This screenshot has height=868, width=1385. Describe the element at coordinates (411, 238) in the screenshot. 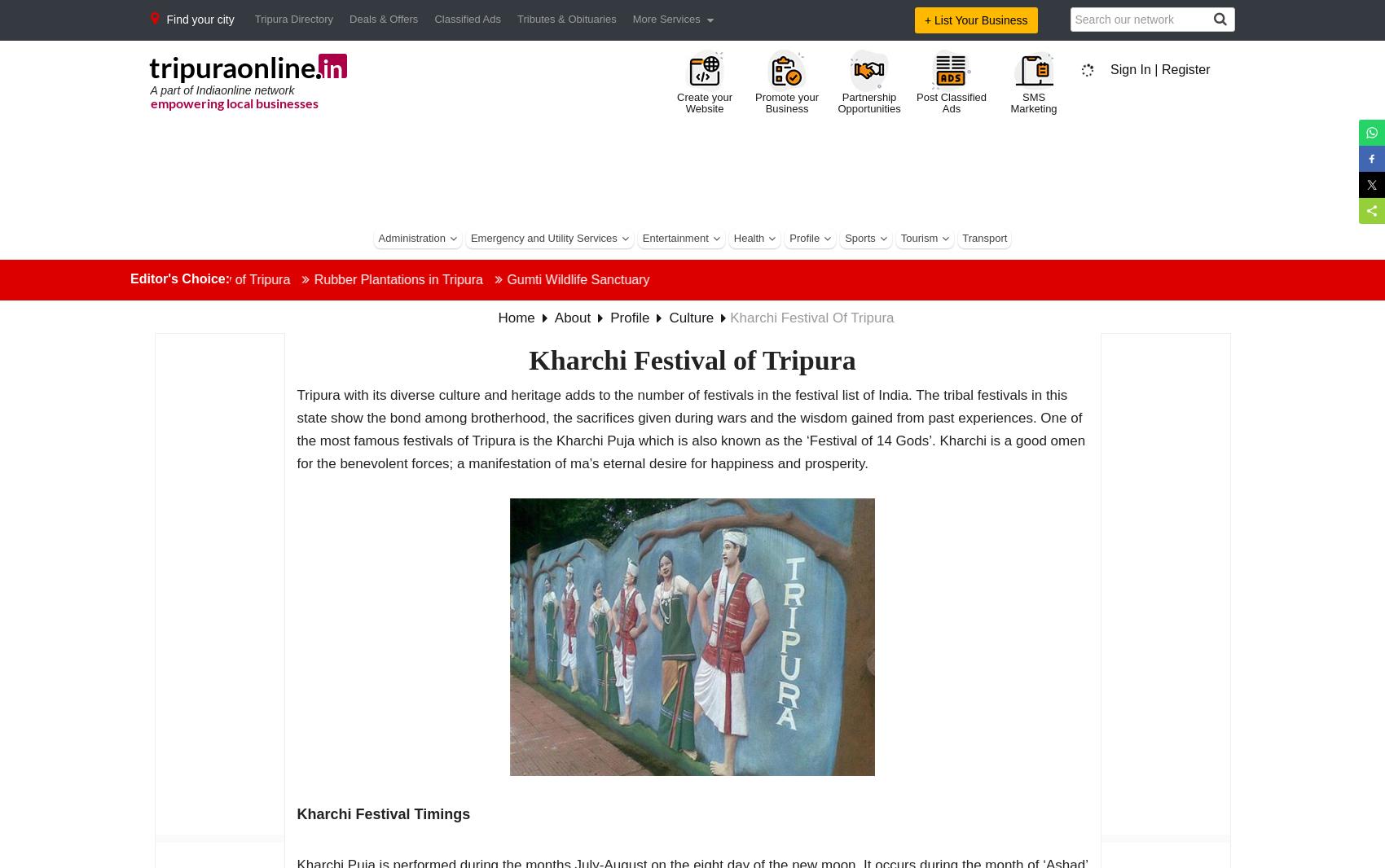

I see `'Administration'` at that location.